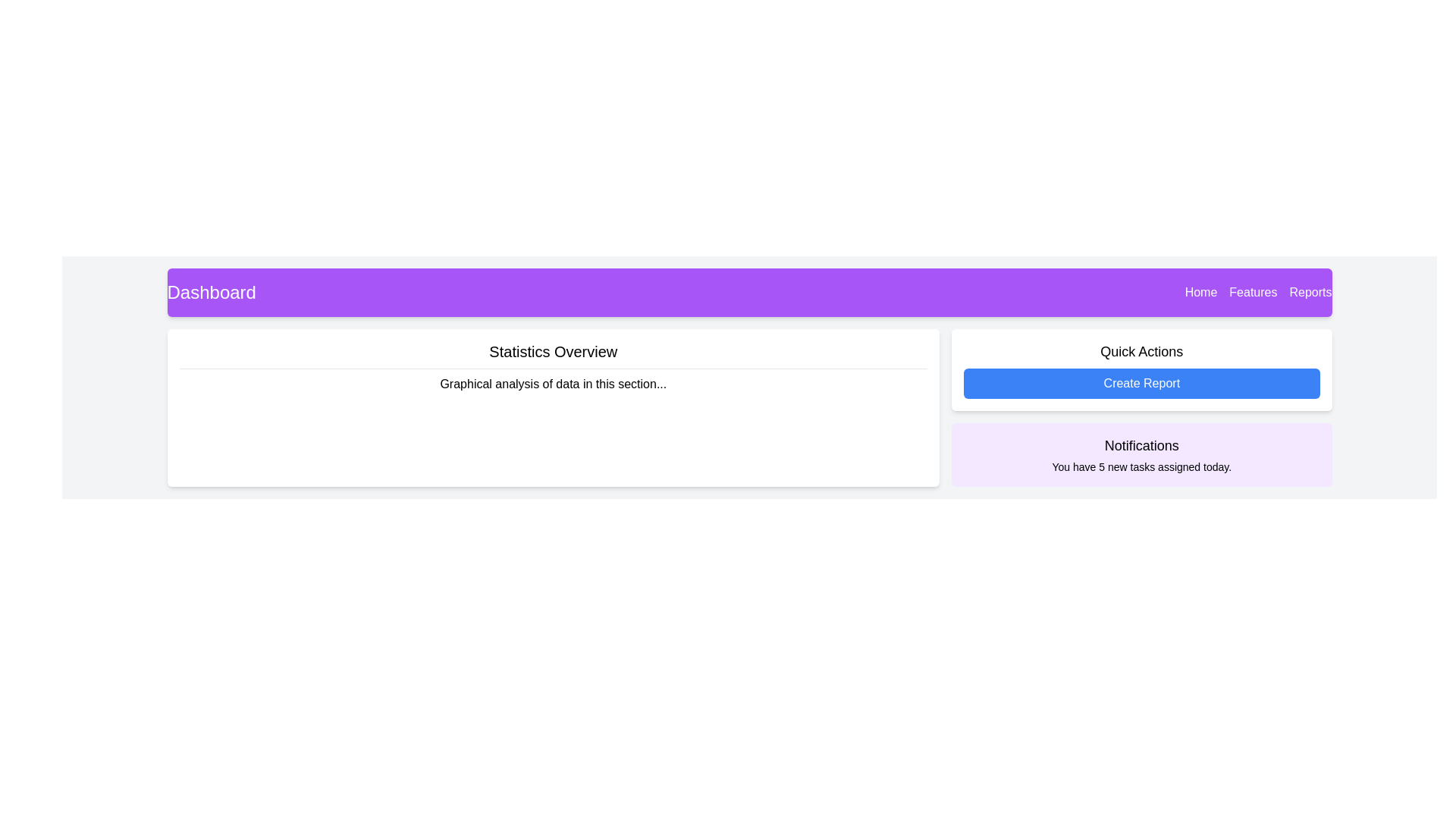 The height and width of the screenshot is (819, 1456). What do you see at coordinates (552, 383) in the screenshot?
I see `the text label containing 'Graphical analysis of data in this section...' located under the heading in the 'Statistics Overview' section` at bounding box center [552, 383].